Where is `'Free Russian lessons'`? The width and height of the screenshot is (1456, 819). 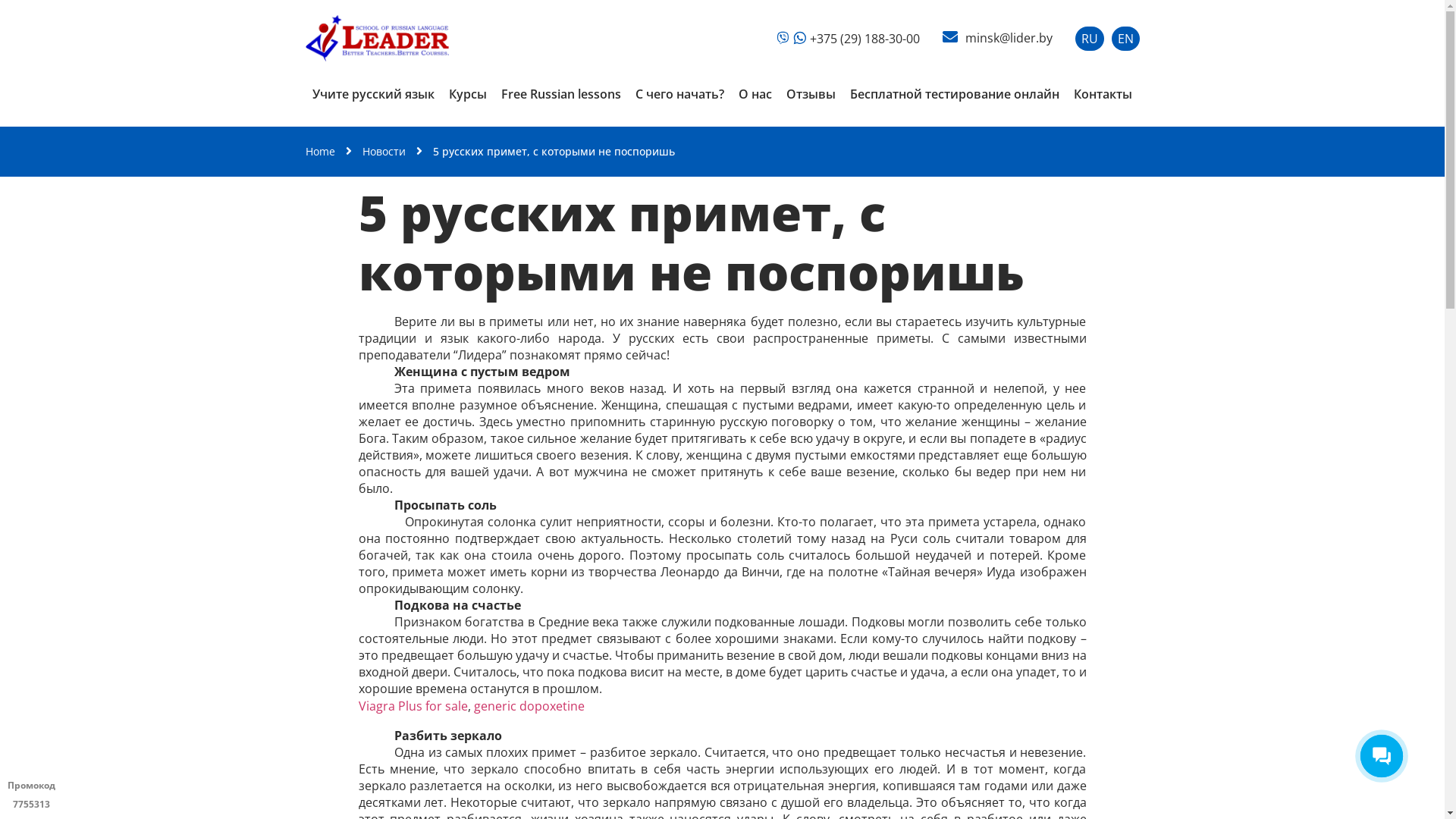 'Free Russian lessons' is located at coordinates (560, 93).